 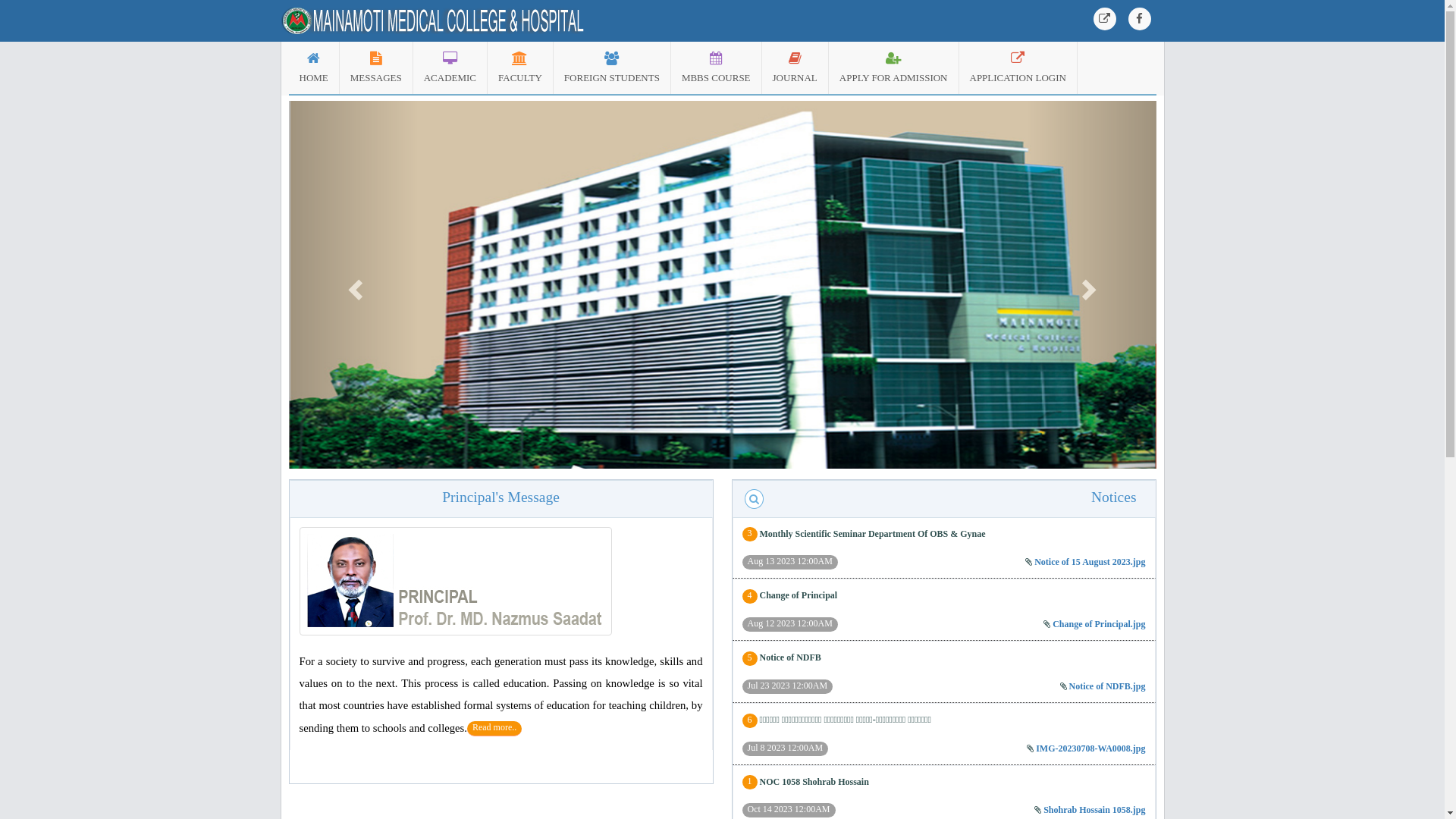 What do you see at coordinates (1051, 623) in the screenshot?
I see `'Change of Principal.jpg'` at bounding box center [1051, 623].